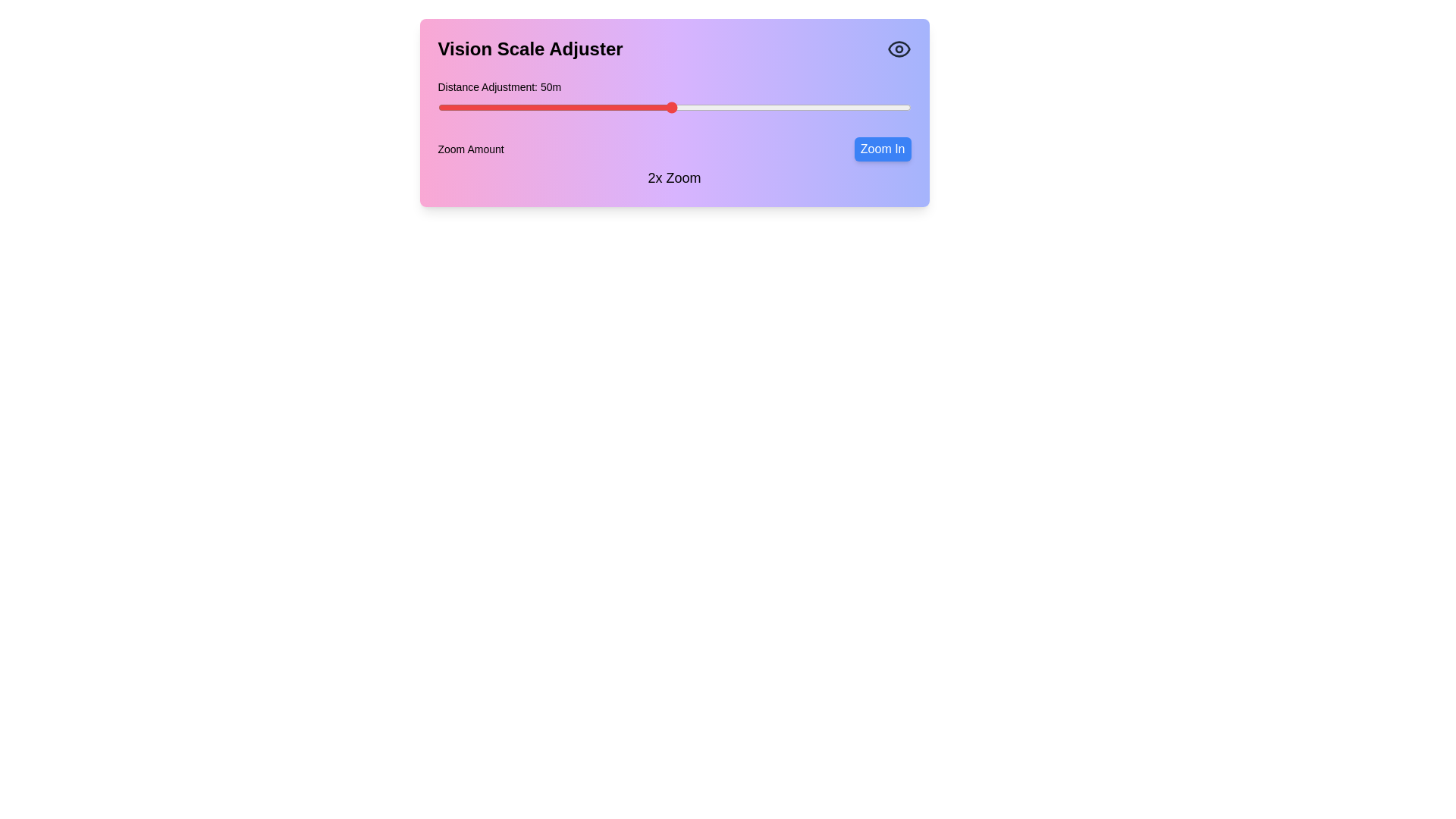  What do you see at coordinates (499, 87) in the screenshot?
I see `the text label reading 'Distance Adjustment: 50m' which is positioned under the header 'Vision Scale Adjuster' and aligned to the left of a slider control` at bounding box center [499, 87].